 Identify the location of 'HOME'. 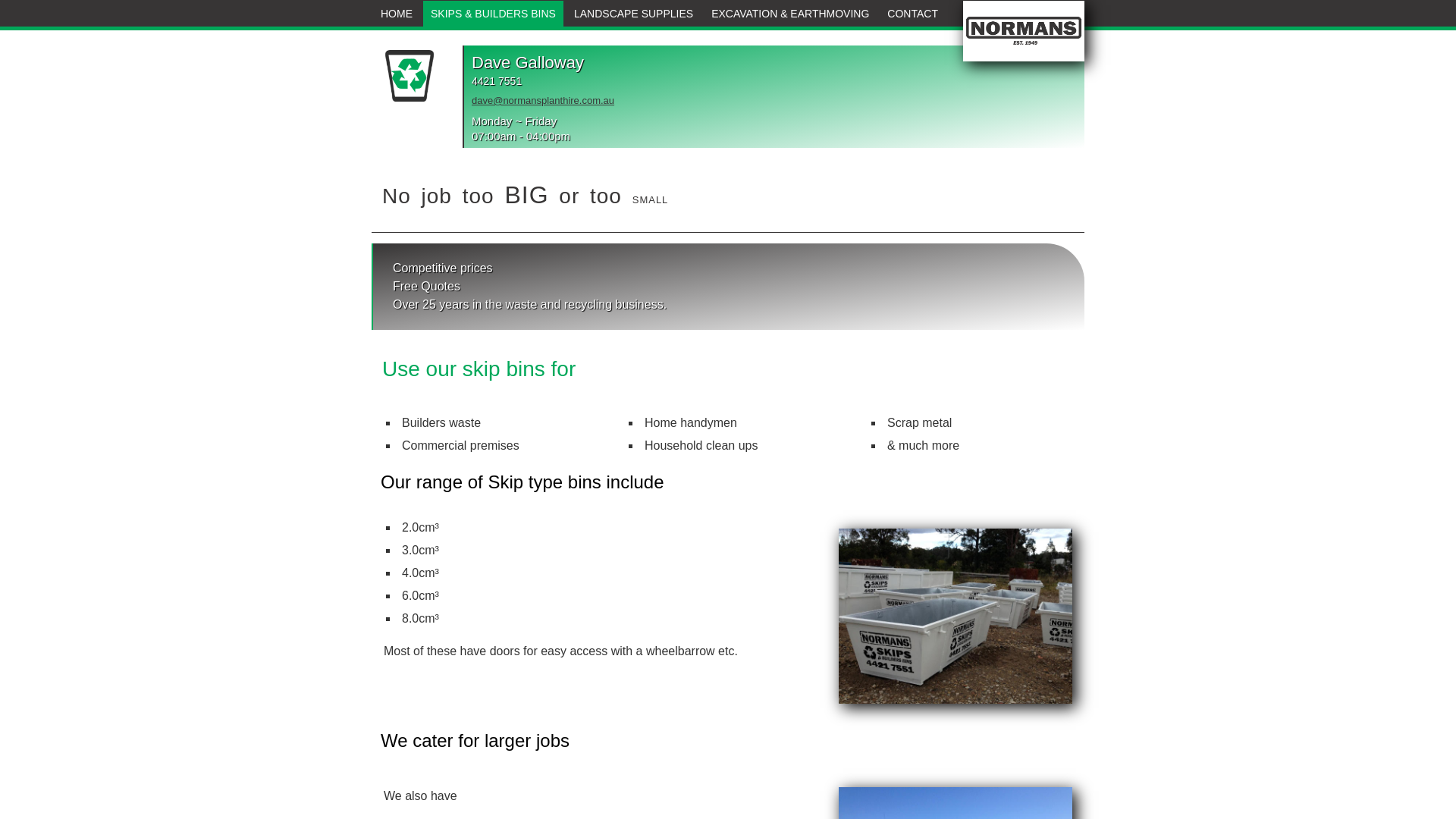
(397, 14).